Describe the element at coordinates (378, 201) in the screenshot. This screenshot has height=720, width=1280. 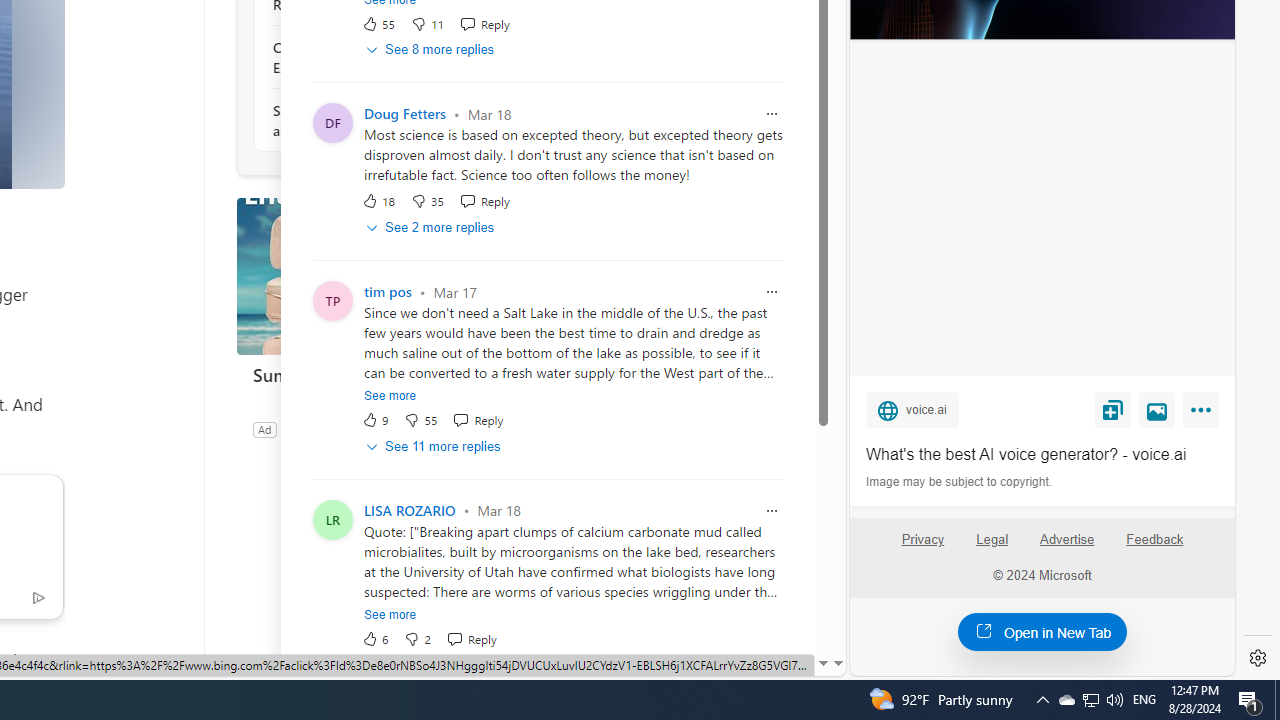
I see `'18 Like'` at that location.